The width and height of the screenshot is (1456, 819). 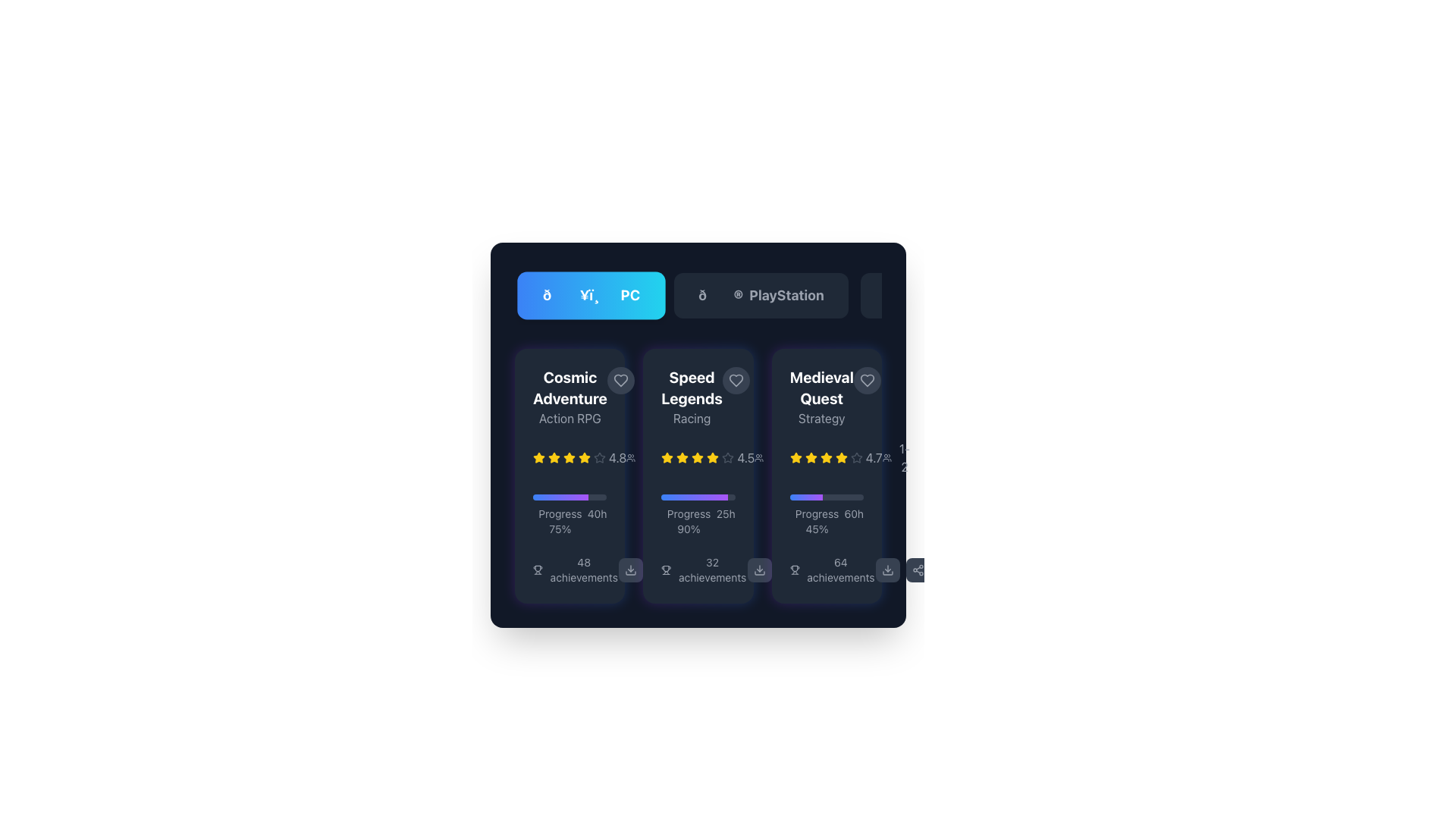 I want to click on the informational card component displaying details about the game 'Speed Legends', which is the middle card in a grid of three cards, characterized by its bold title, genre subtitle, star rating, progress bar, and achievements, so click(x=698, y=475).